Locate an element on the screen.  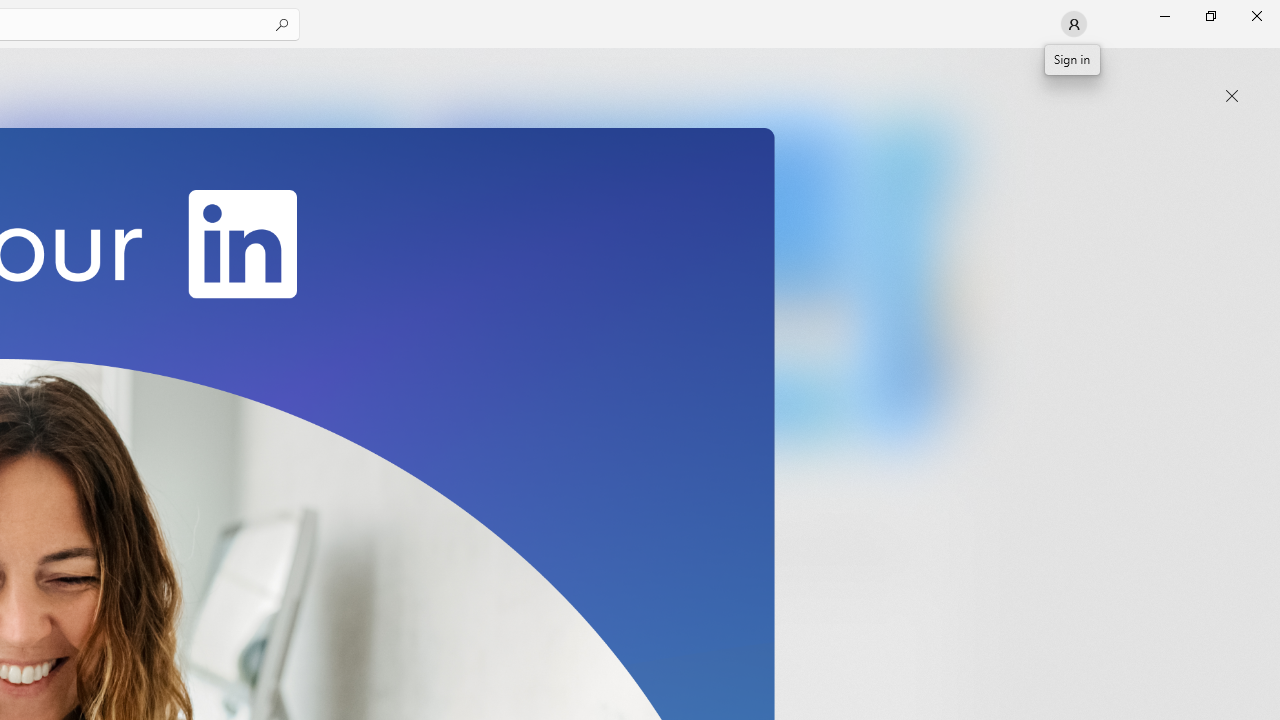
'Minimize Microsoft Store' is located at coordinates (1164, 15).